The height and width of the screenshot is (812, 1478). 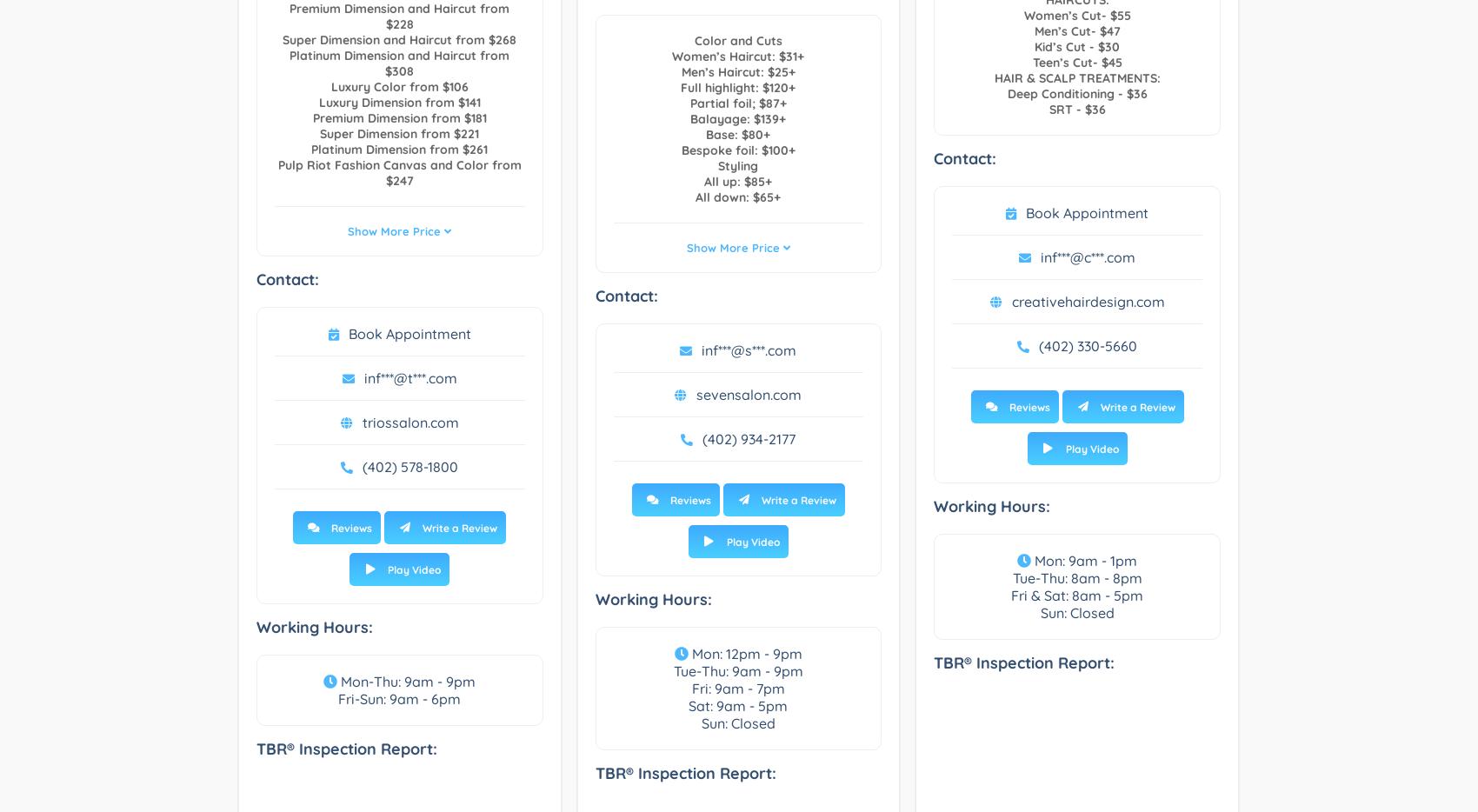 What do you see at coordinates (1075, 108) in the screenshot?
I see `'SRT - $36'` at bounding box center [1075, 108].